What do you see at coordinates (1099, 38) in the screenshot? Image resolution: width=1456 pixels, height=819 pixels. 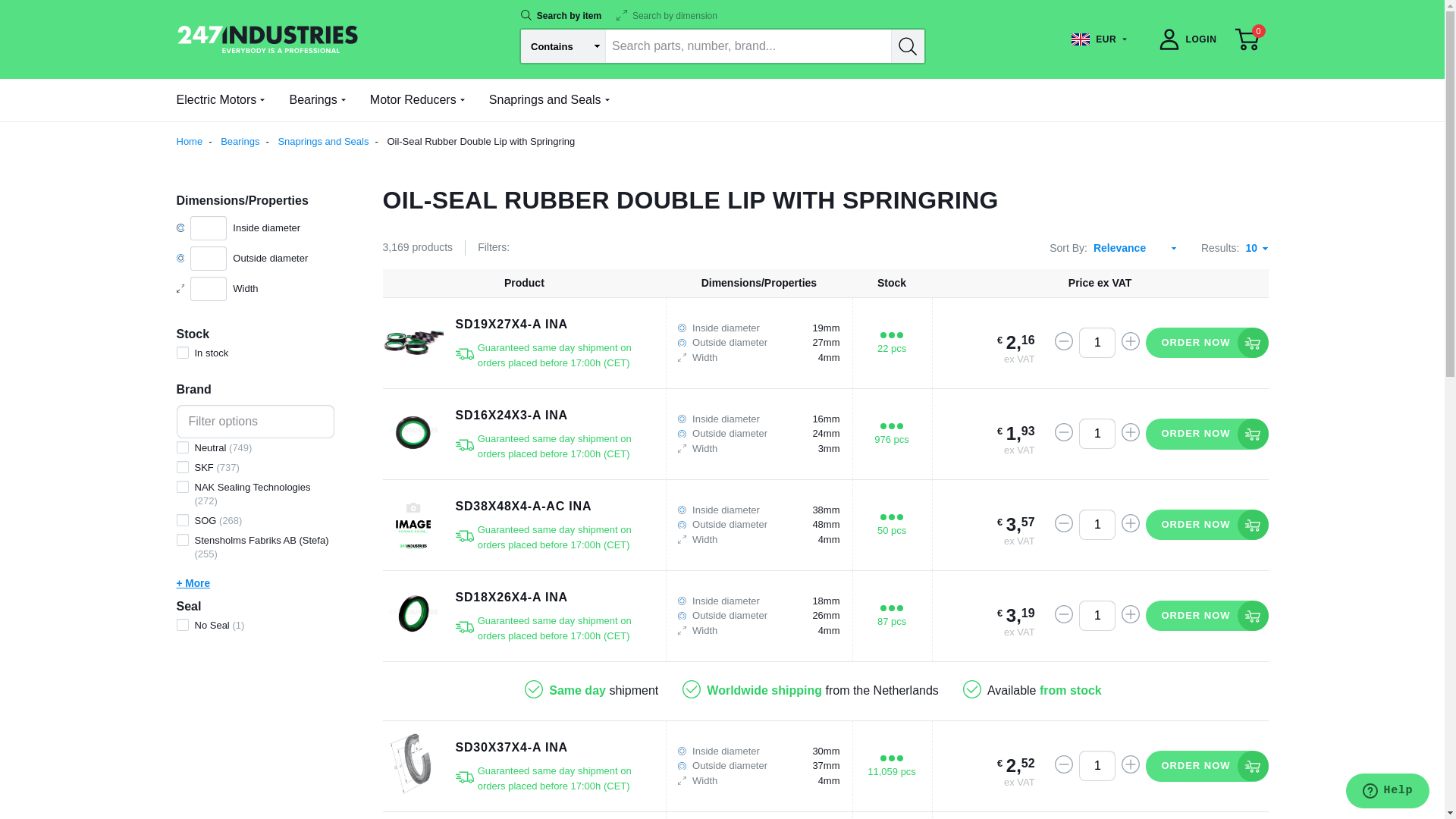 I see `'EUR'` at bounding box center [1099, 38].